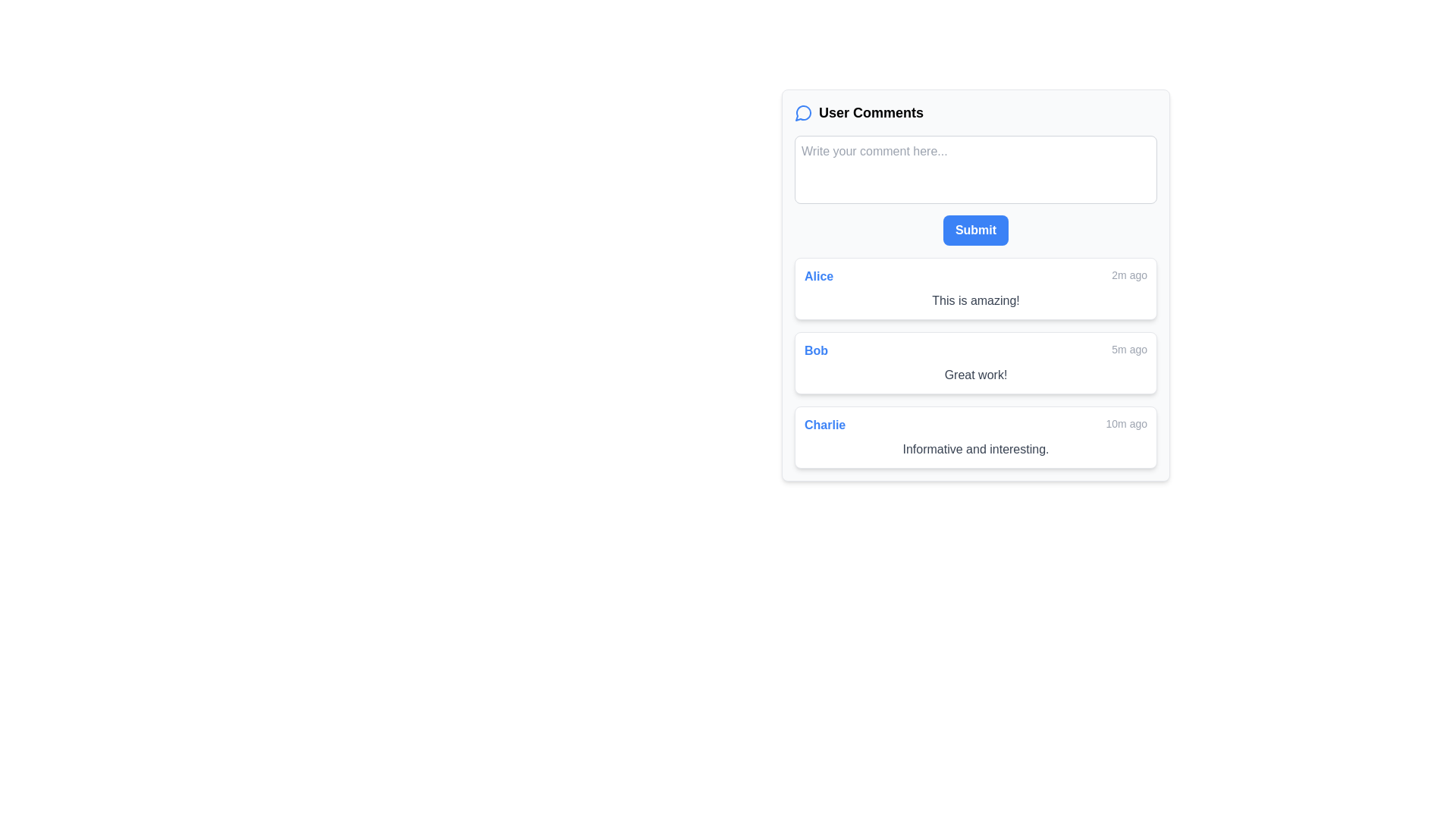 Image resolution: width=1456 pixels, height=819 pixels. What do you see at coordinates (815, 350) in the screenshot?
I see `the bold blue text label displaying the name 'Bob', which is positioned to the left of the time label '5m ago' at the top of a comment entry` at bounding box center [815, 350].